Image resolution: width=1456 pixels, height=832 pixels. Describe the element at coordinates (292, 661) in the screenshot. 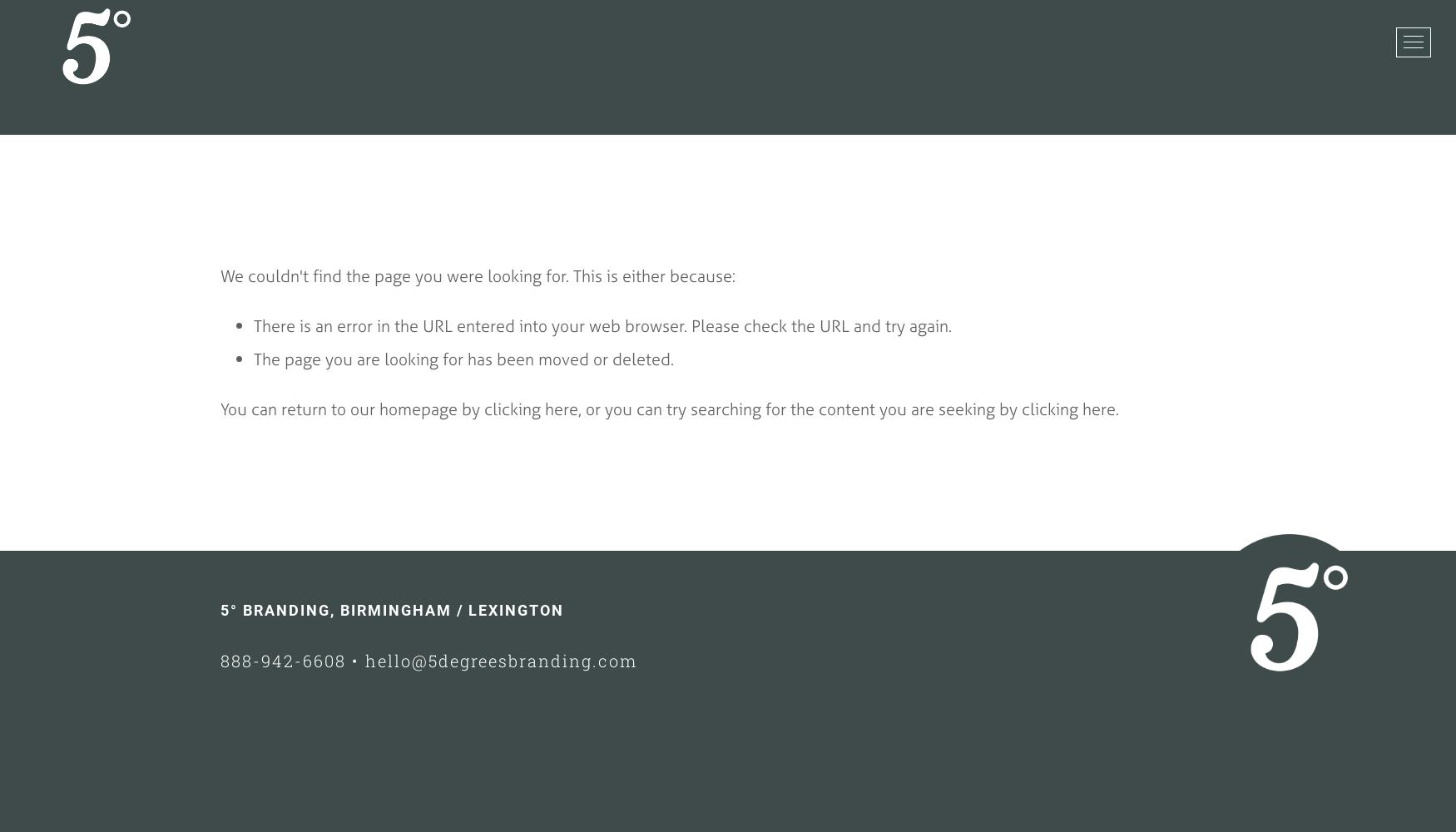

I see `'888-942-6608 •'` at that location.